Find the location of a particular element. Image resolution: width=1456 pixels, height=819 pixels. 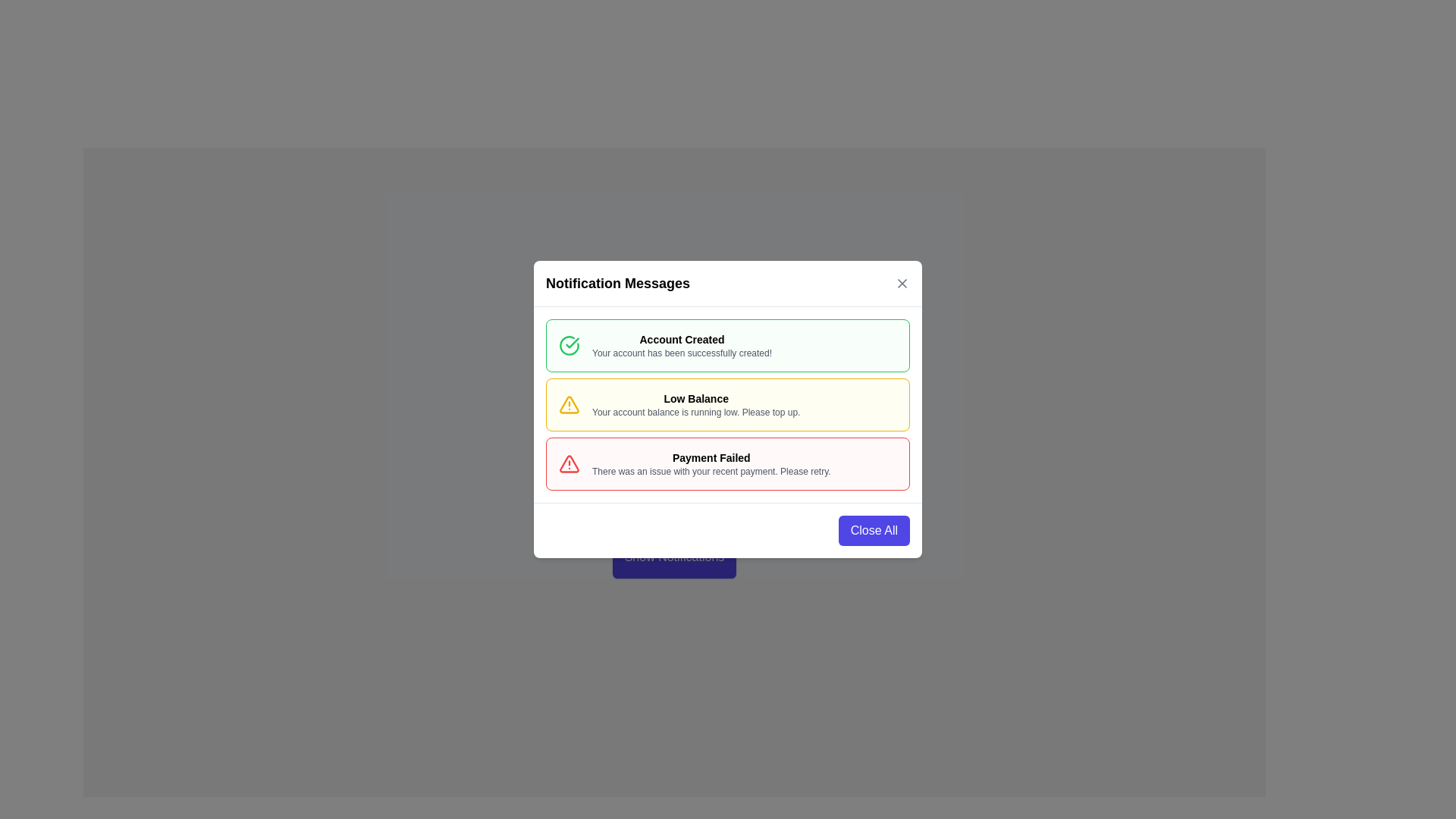

the 'Close All' button using tab navigation is located at coordinates (874, 529).